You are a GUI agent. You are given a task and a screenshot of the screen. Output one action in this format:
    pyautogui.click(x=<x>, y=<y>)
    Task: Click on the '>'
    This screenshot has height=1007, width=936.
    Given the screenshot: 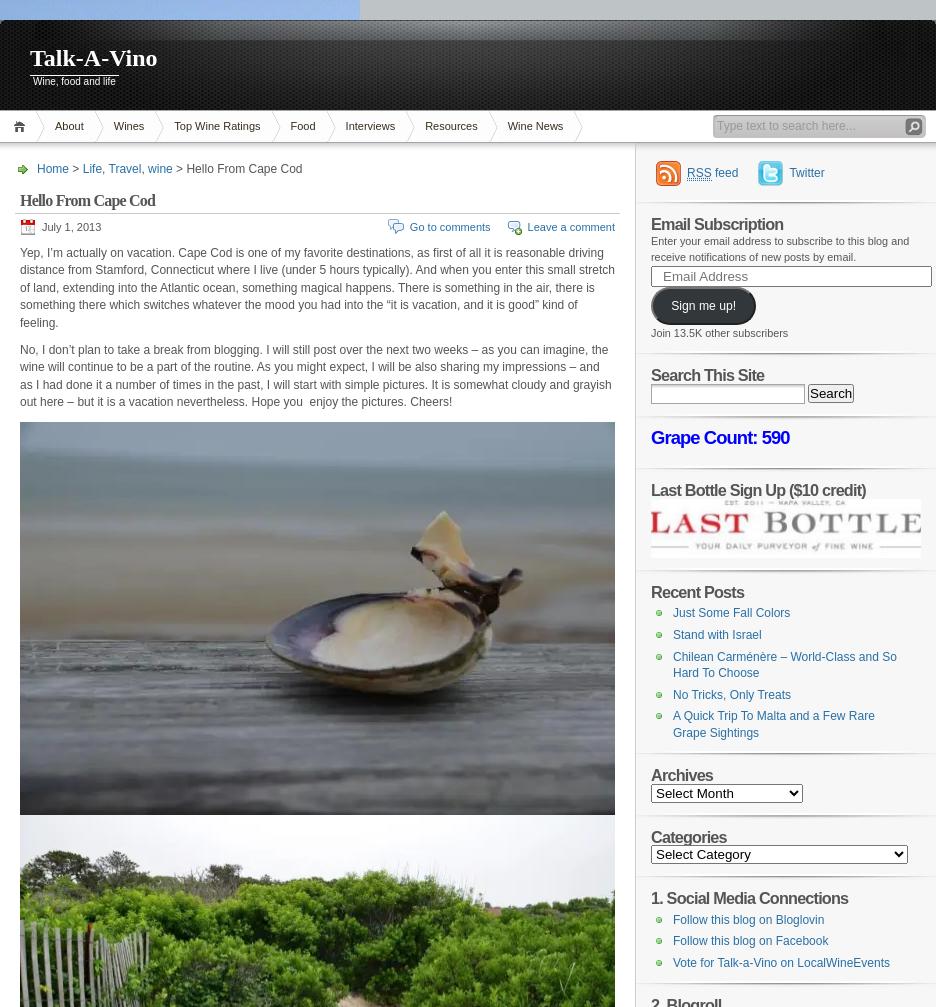 What is the action you would take?
    pyautogui.click(x=75, y=168)
    